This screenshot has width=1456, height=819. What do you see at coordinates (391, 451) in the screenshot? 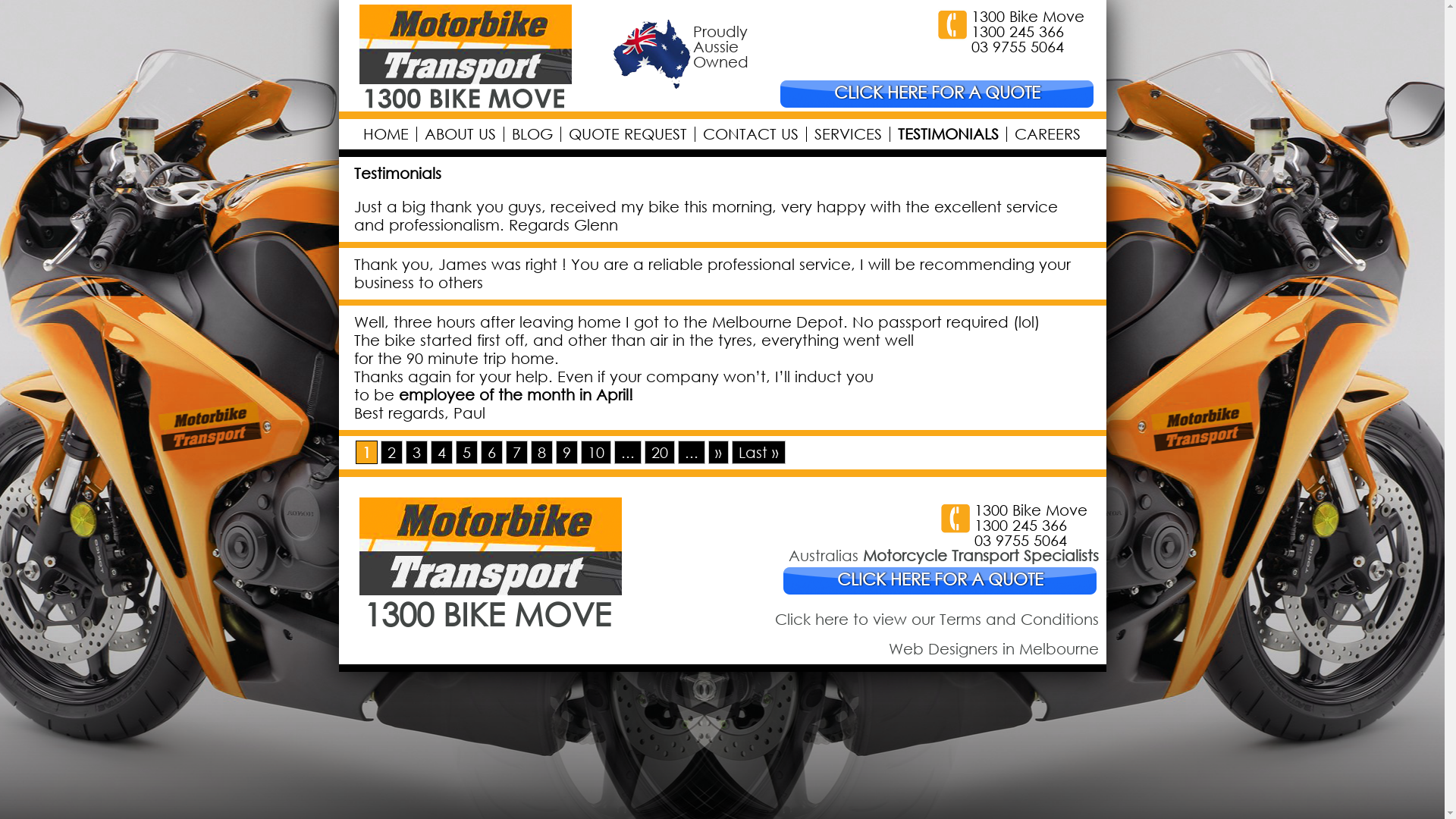
I see `'2'` at bounding box center [391, 451].